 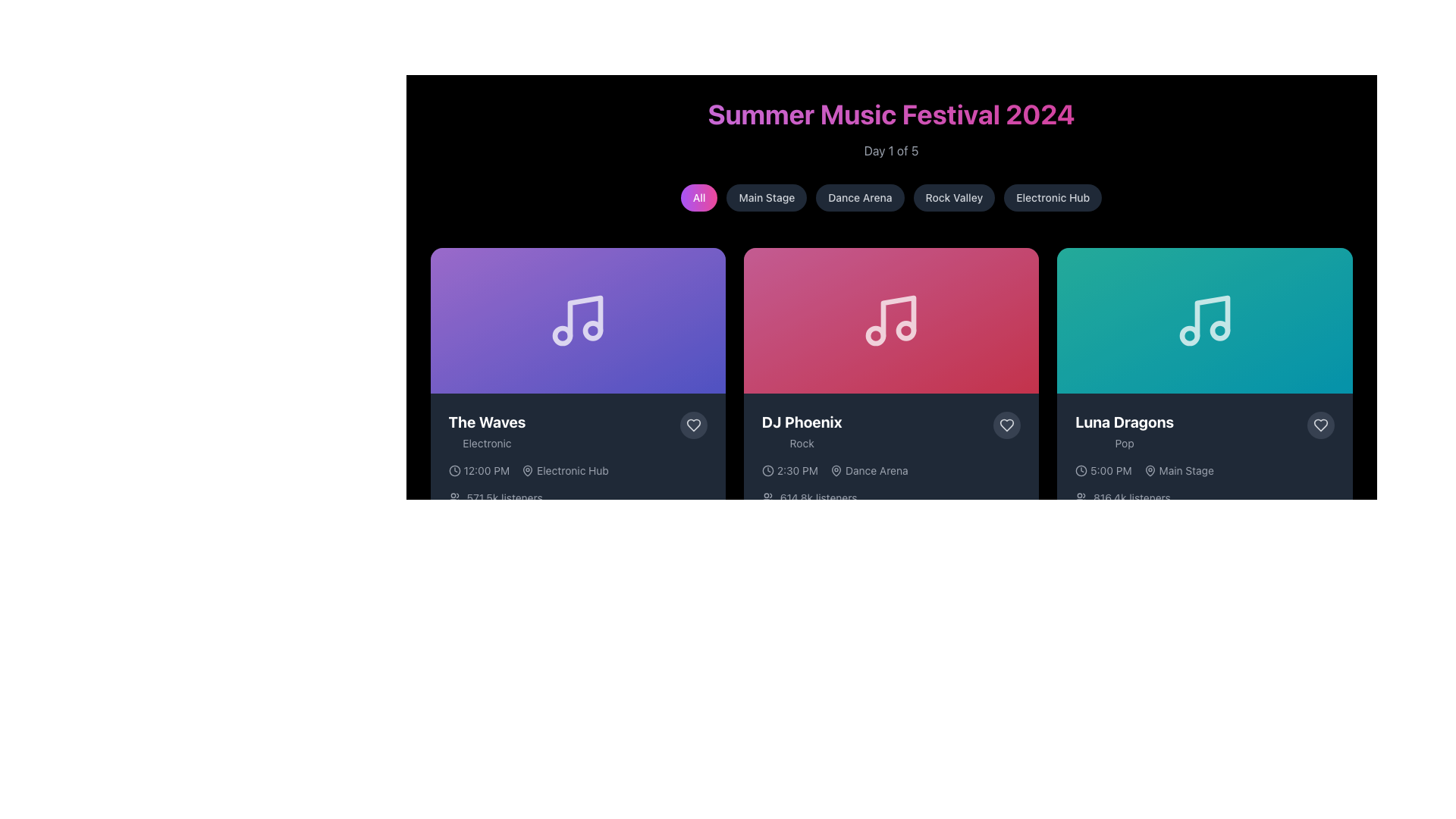 I want to click on displayed information of the static text element that shows the title 'The Waves' and the genre 'Electronic' in the first card on the left side of the interface, so click(x=487, y=431).